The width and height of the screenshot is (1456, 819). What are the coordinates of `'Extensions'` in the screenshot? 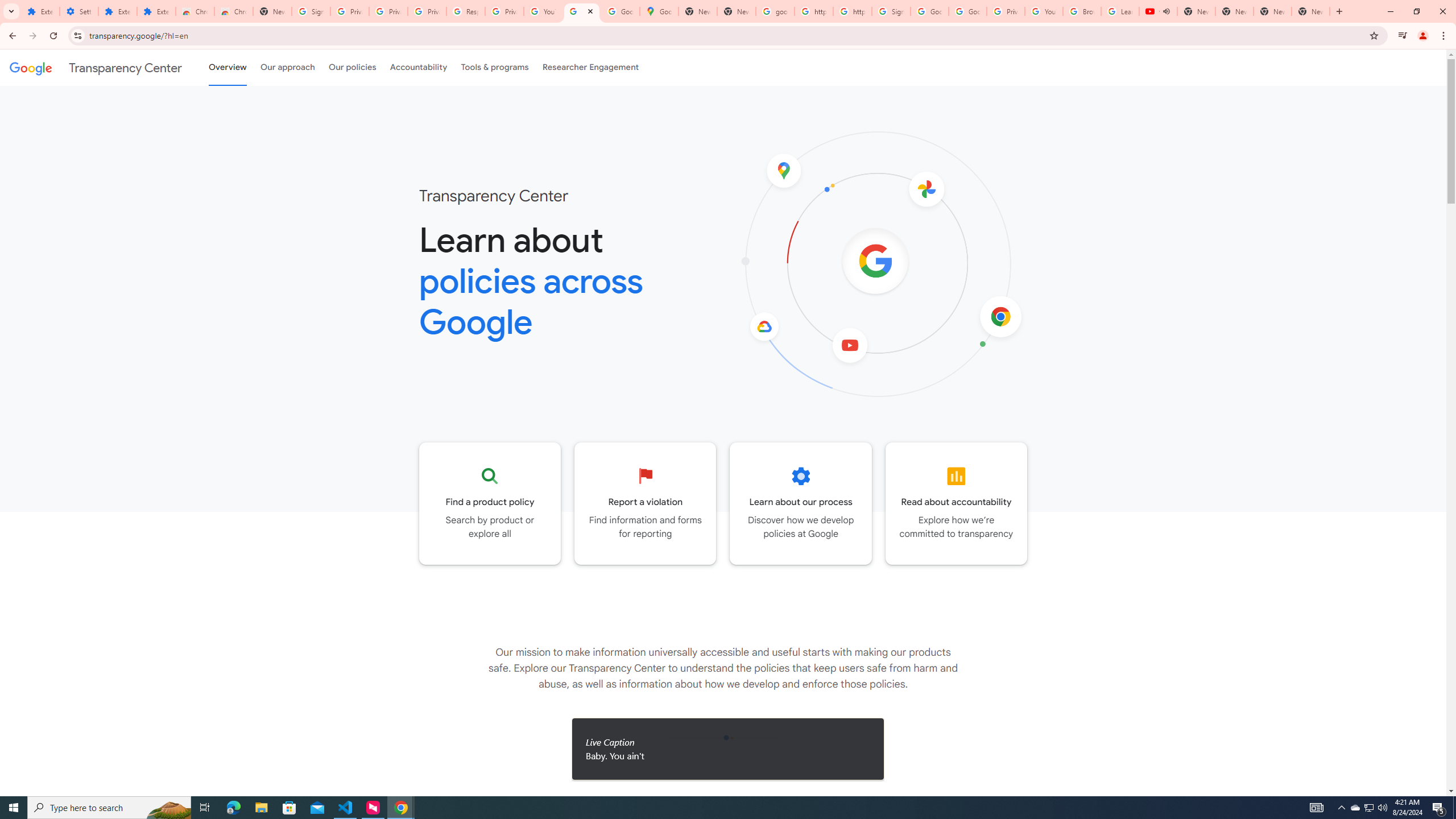 It's located at (156, 11).